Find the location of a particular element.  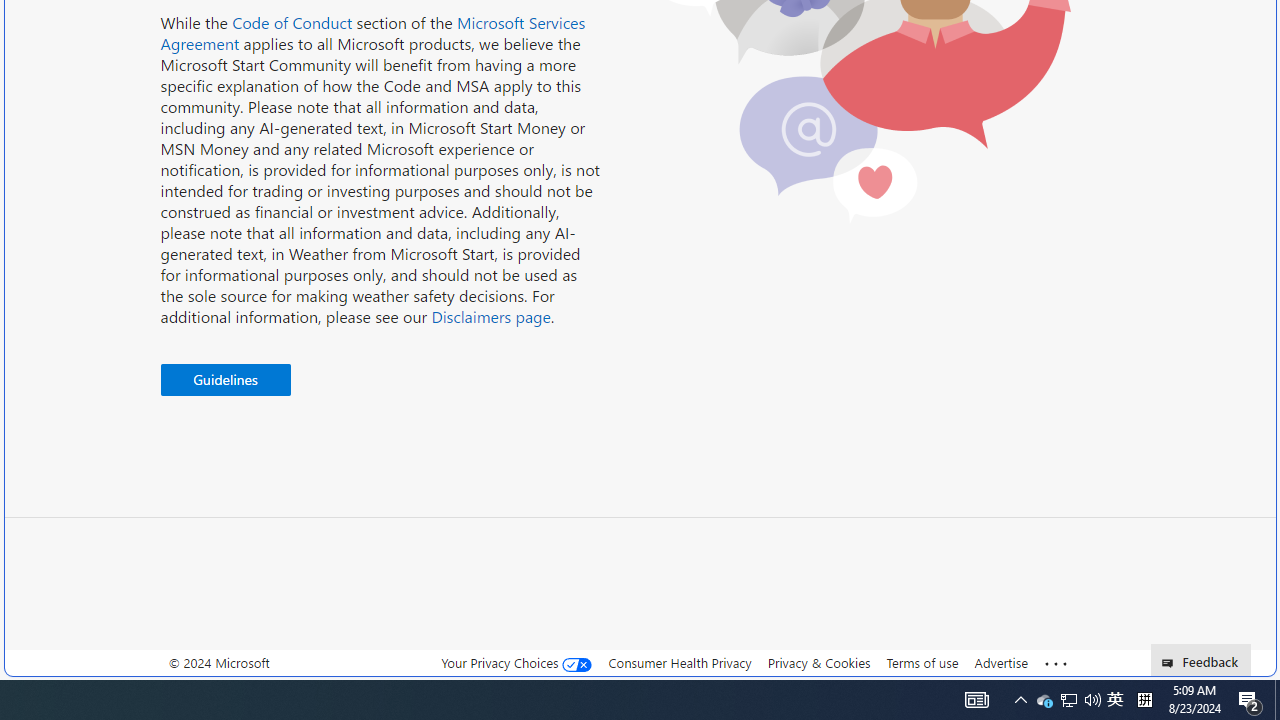

'Guidelines ' is located at coordinates (225, 380).